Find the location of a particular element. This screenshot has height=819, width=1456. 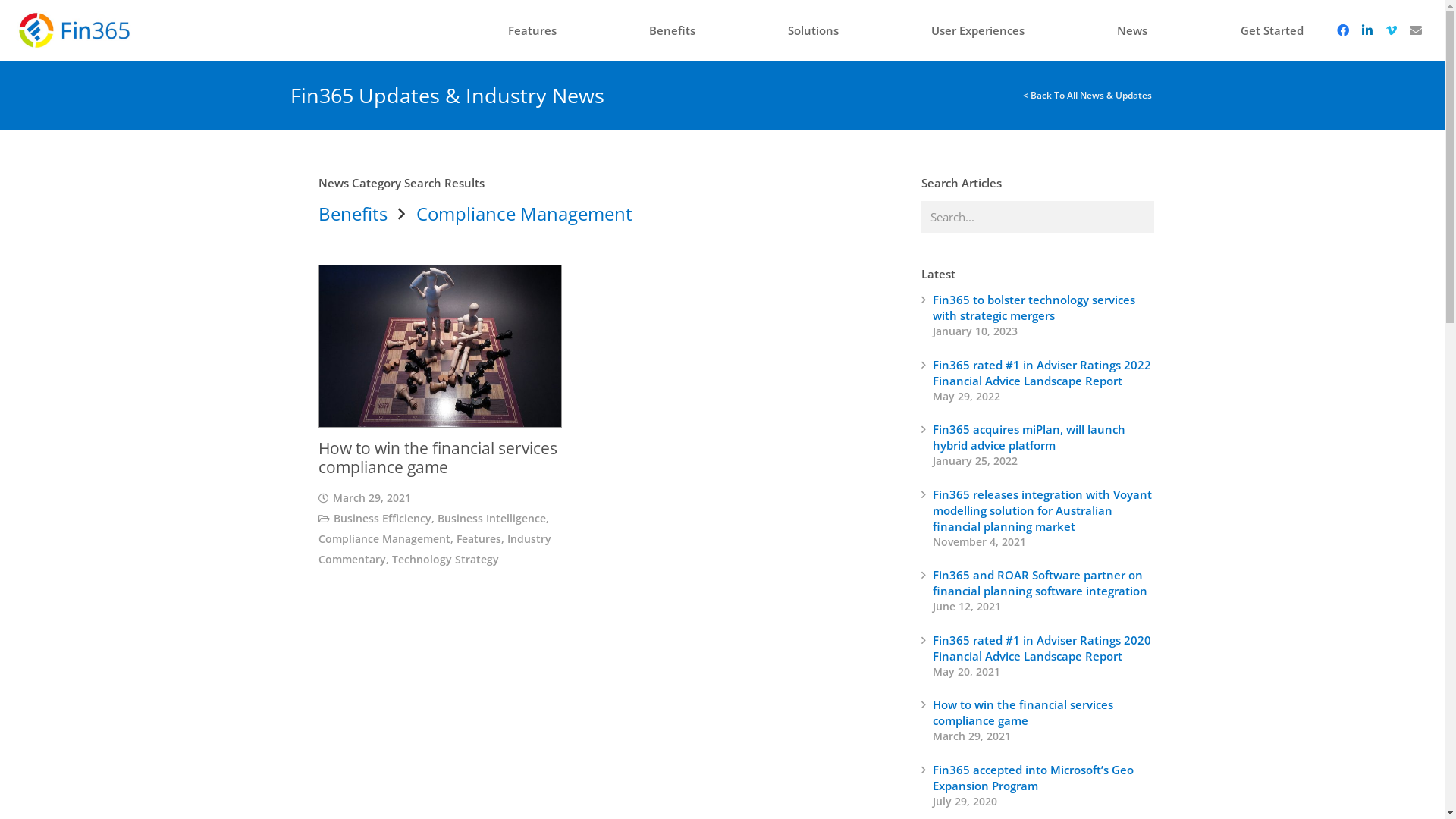

'< Back To All News & Updates ' is located at coordinates (1087, 95).